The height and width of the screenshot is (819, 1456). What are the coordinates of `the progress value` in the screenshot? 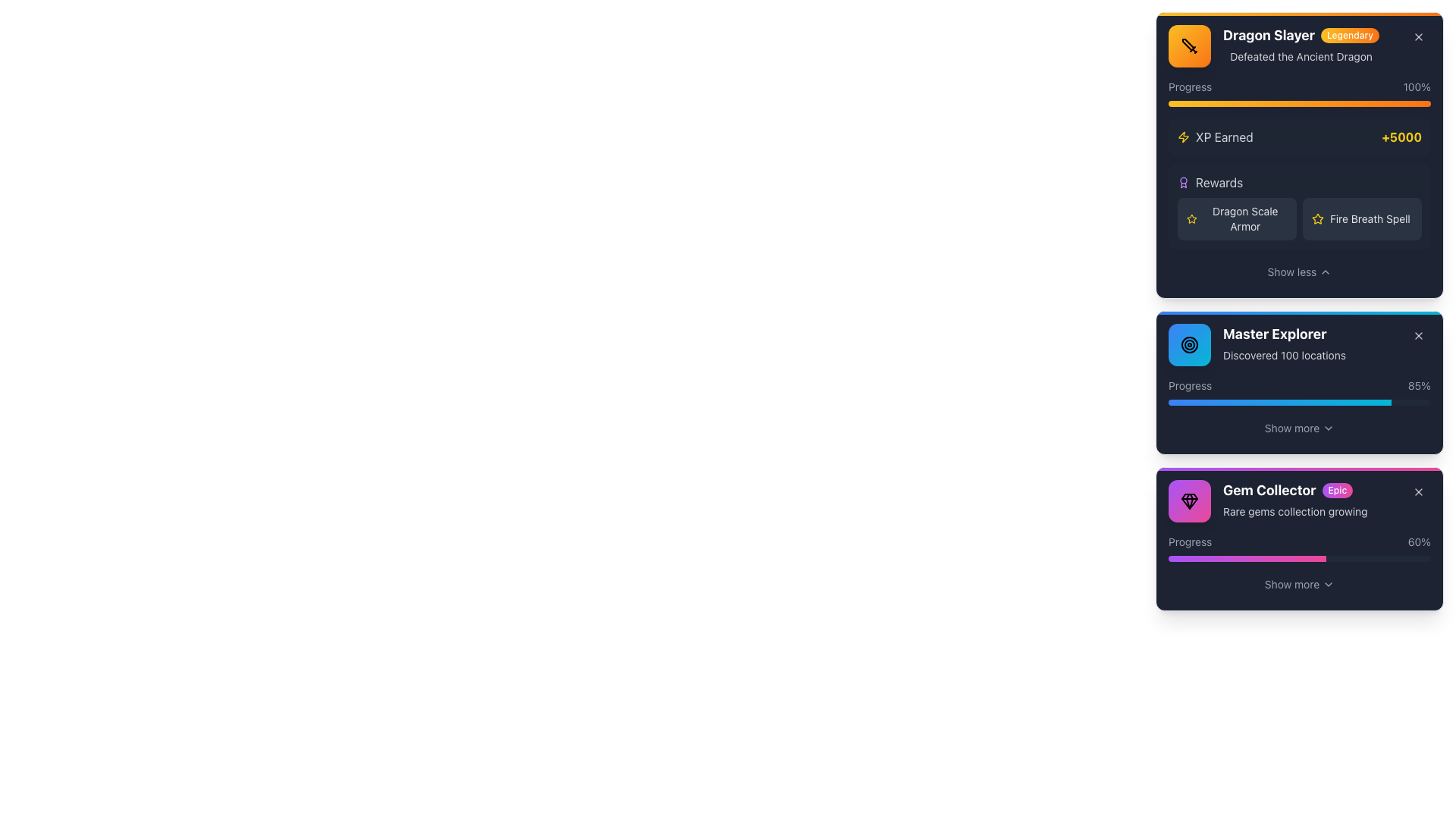 It's located at (1312, 558).